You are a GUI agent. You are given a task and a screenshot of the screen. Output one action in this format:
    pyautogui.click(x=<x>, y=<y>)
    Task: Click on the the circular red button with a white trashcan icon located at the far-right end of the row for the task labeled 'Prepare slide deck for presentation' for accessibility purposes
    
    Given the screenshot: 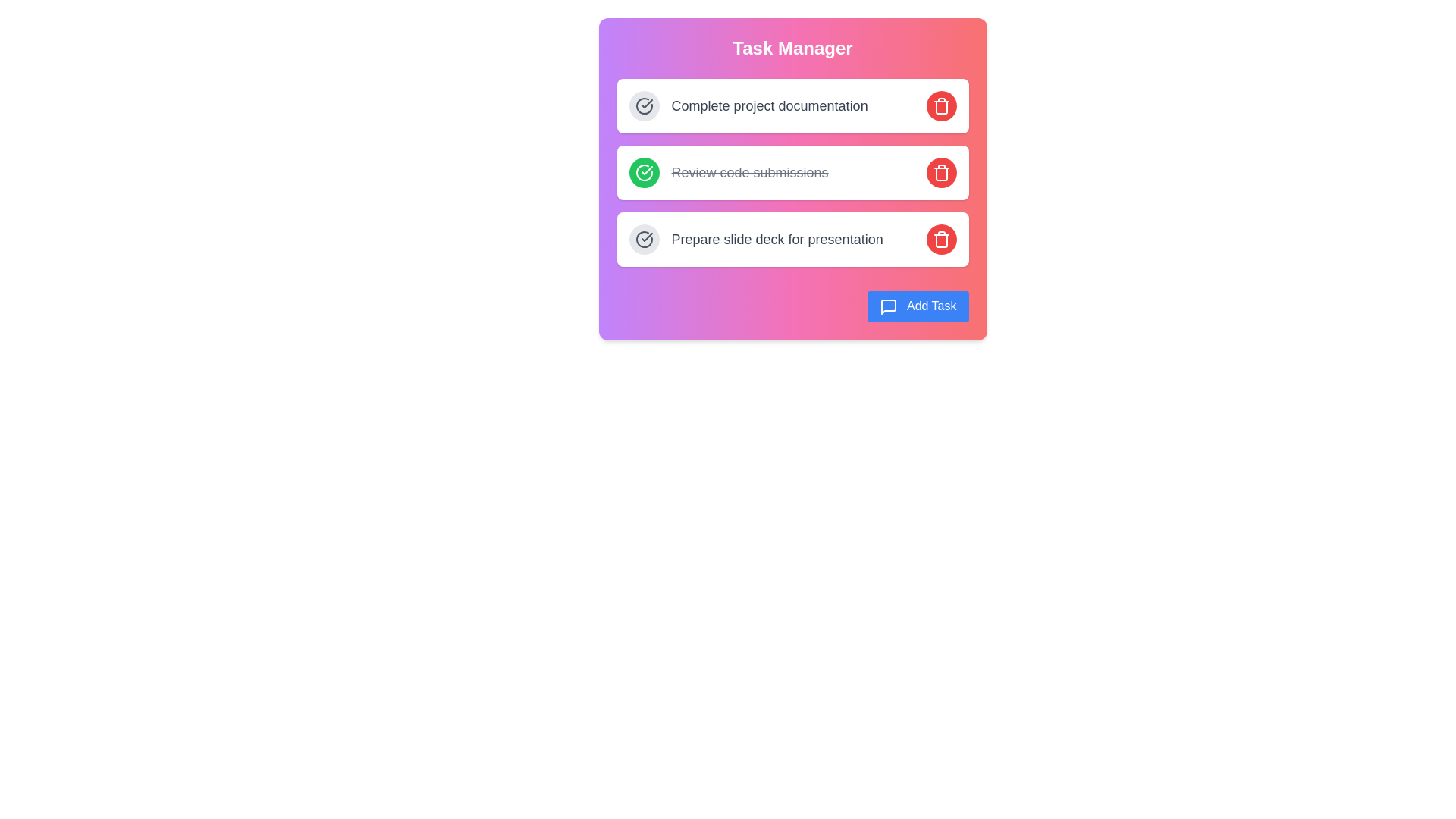 What is the action you would take?
    pyautogui.click(x=940, y=239)
    